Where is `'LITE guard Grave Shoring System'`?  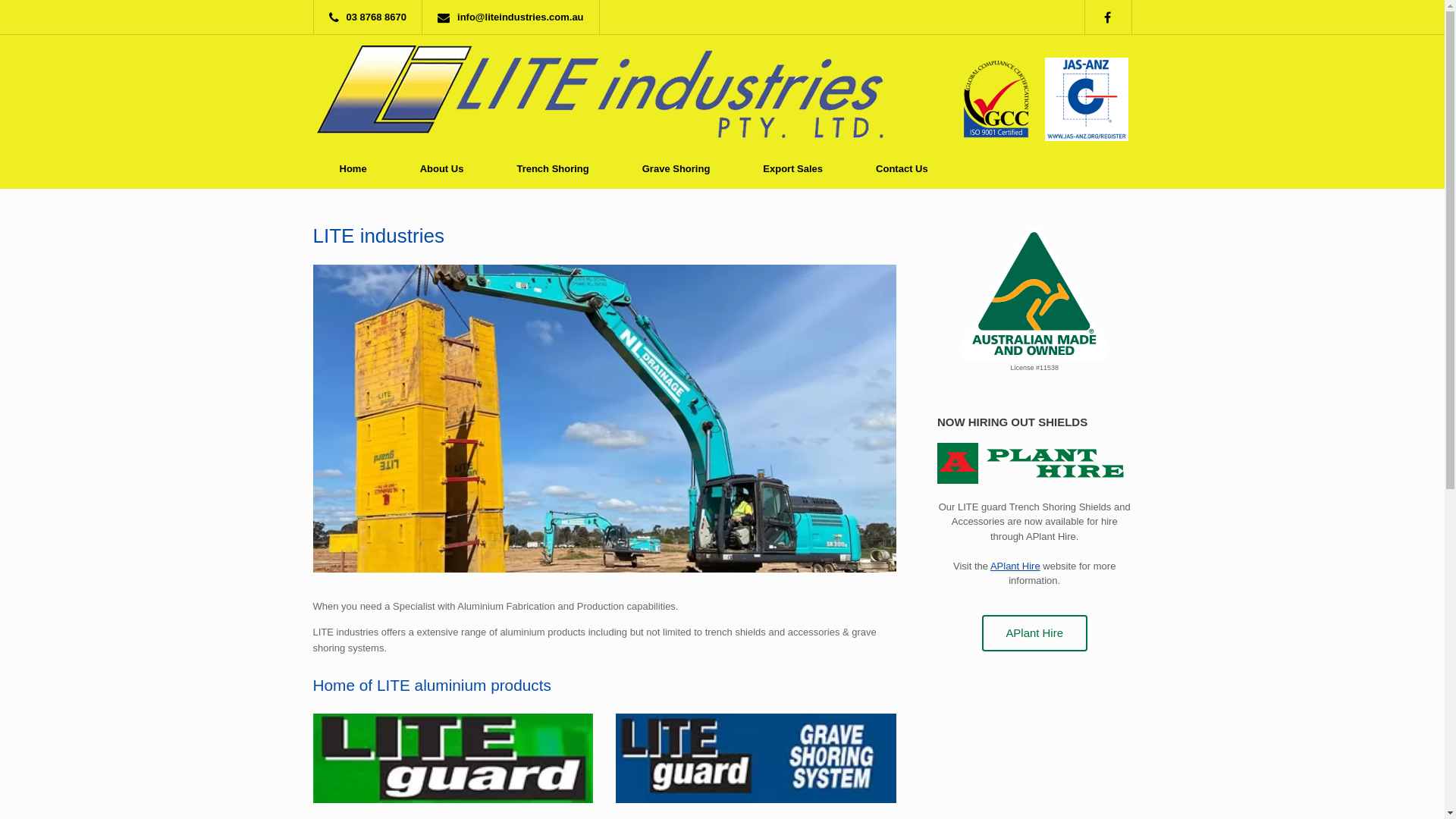
'LITE guard Grave Shoring System' is located at coordinates (756, 758).